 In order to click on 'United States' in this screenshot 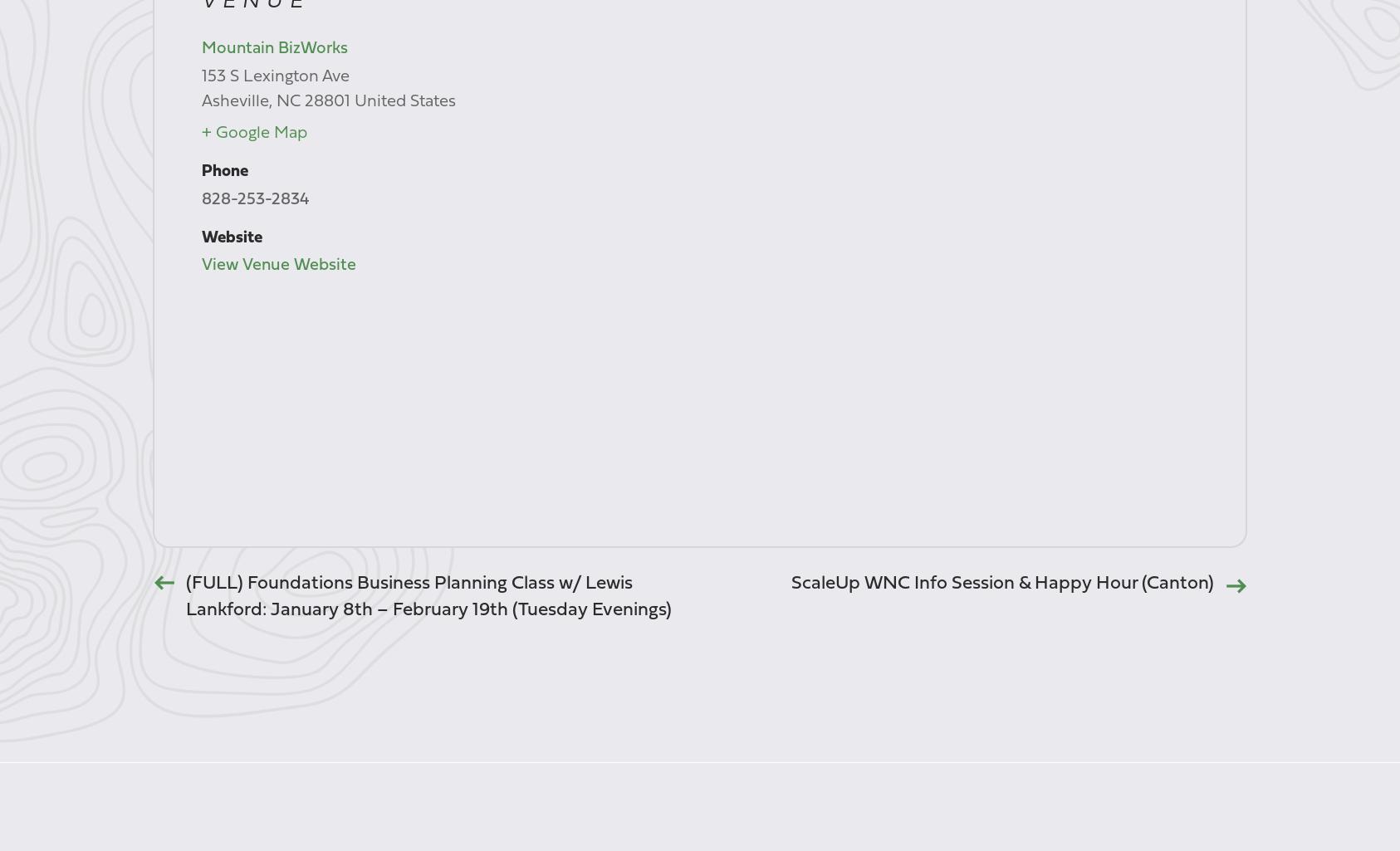, I will do `click(404, 100)`.